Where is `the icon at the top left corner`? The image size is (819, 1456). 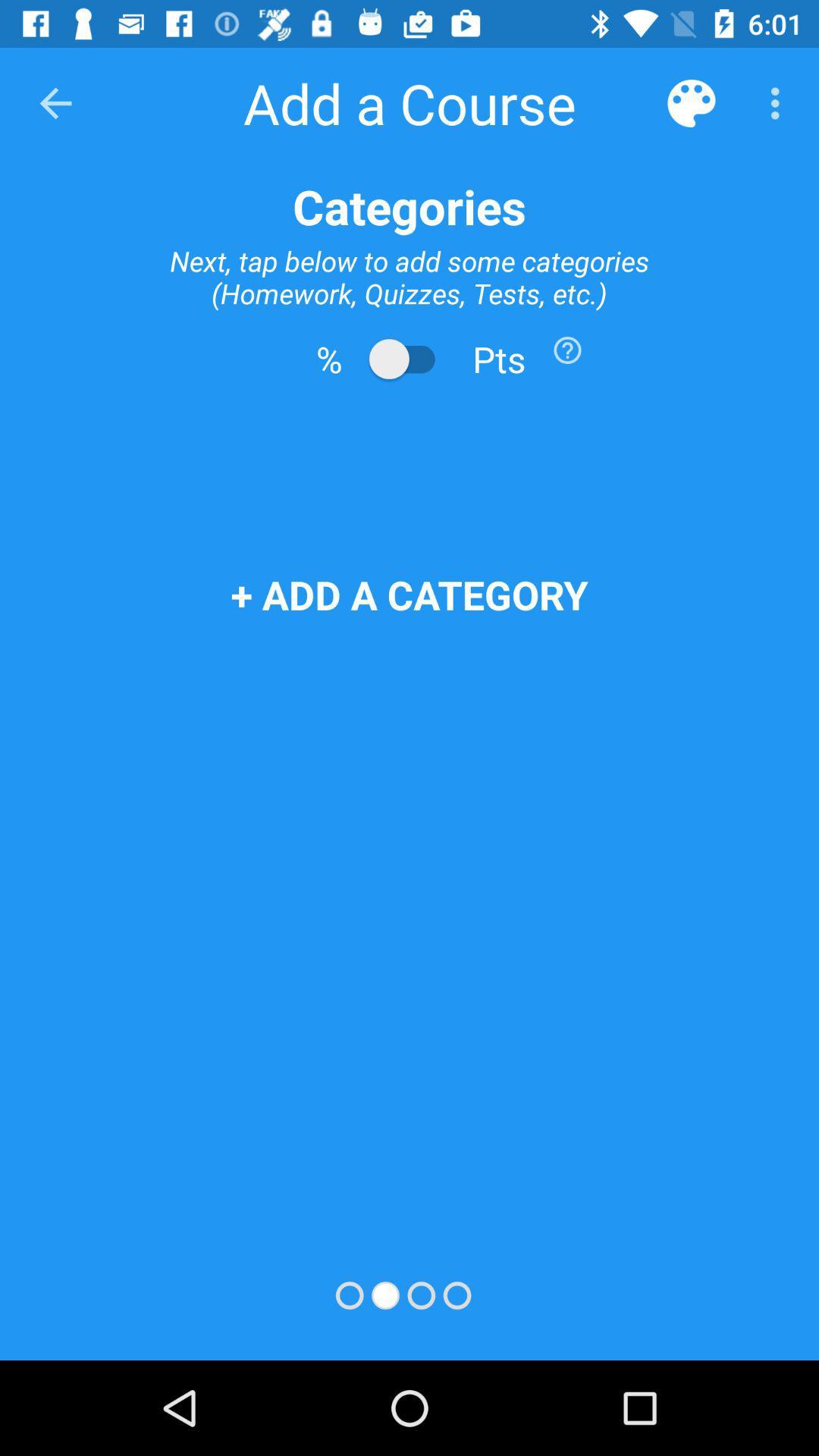 the icon at the top left corner is located at coordinates (55, 102).